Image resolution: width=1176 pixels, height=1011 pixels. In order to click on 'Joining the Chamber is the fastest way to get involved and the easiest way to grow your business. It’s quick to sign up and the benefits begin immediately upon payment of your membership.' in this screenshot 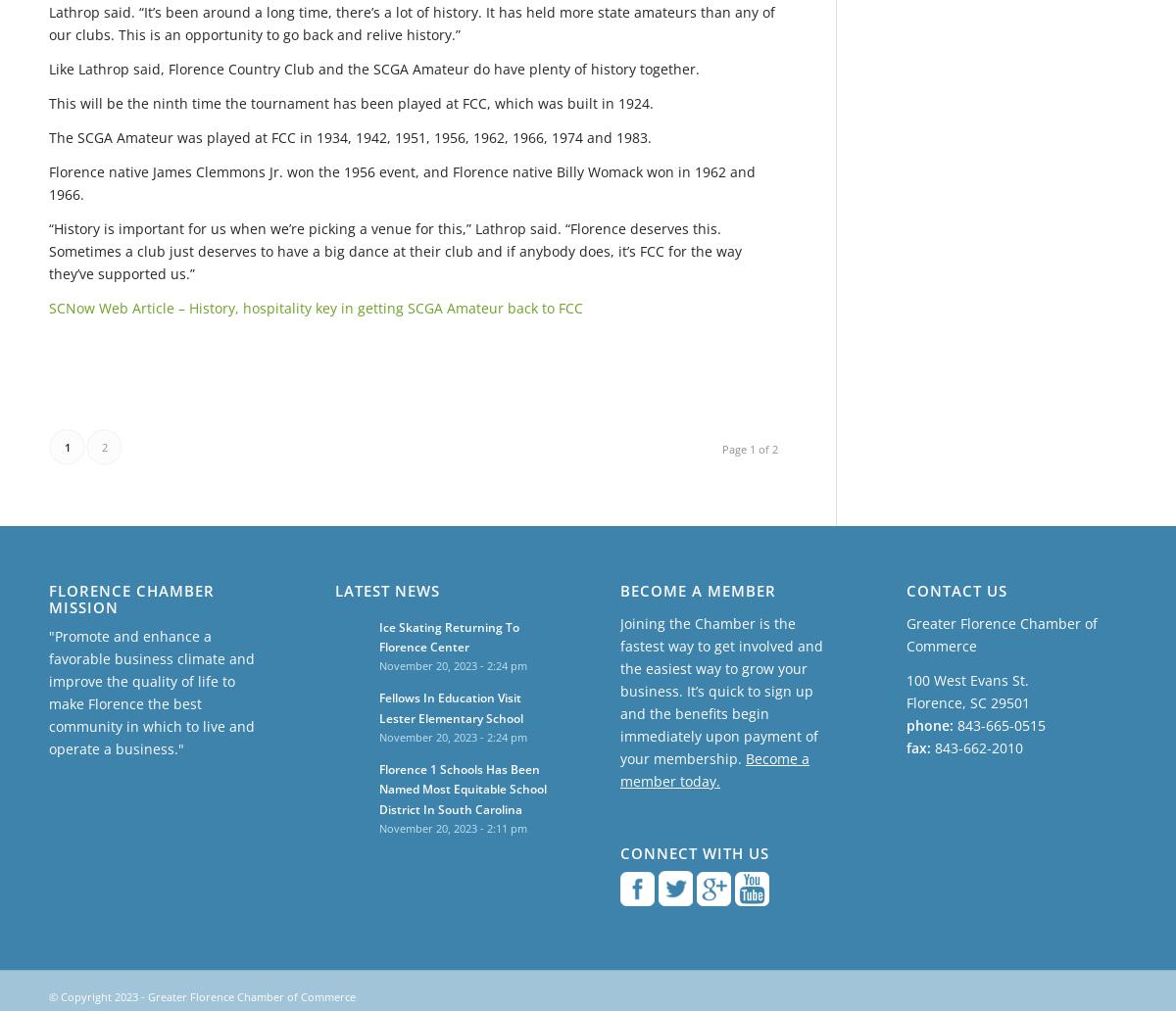, I will do `click(721, 689)`.